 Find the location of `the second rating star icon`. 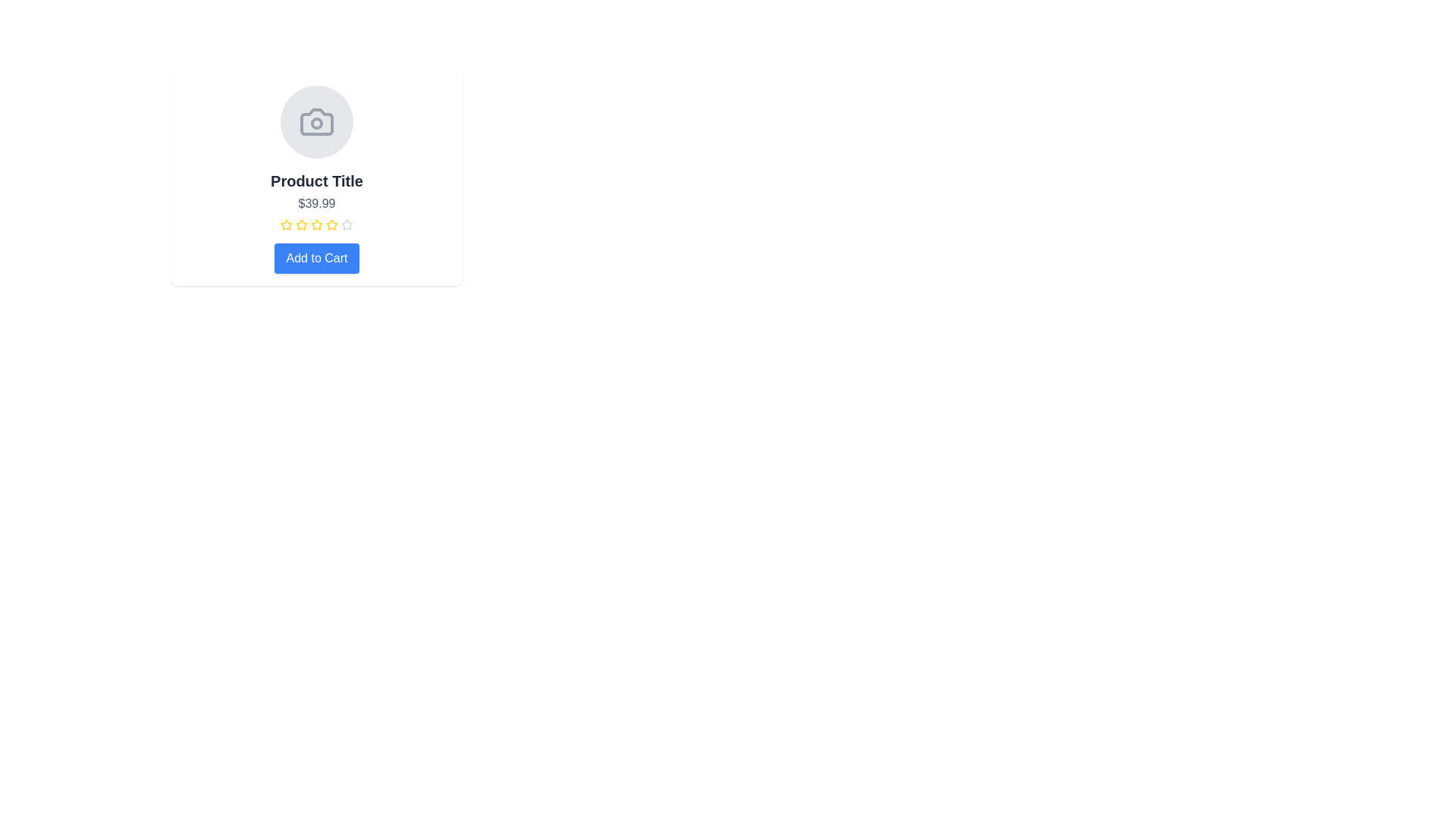

the second rating star icon is located at coordinates (302, 224).